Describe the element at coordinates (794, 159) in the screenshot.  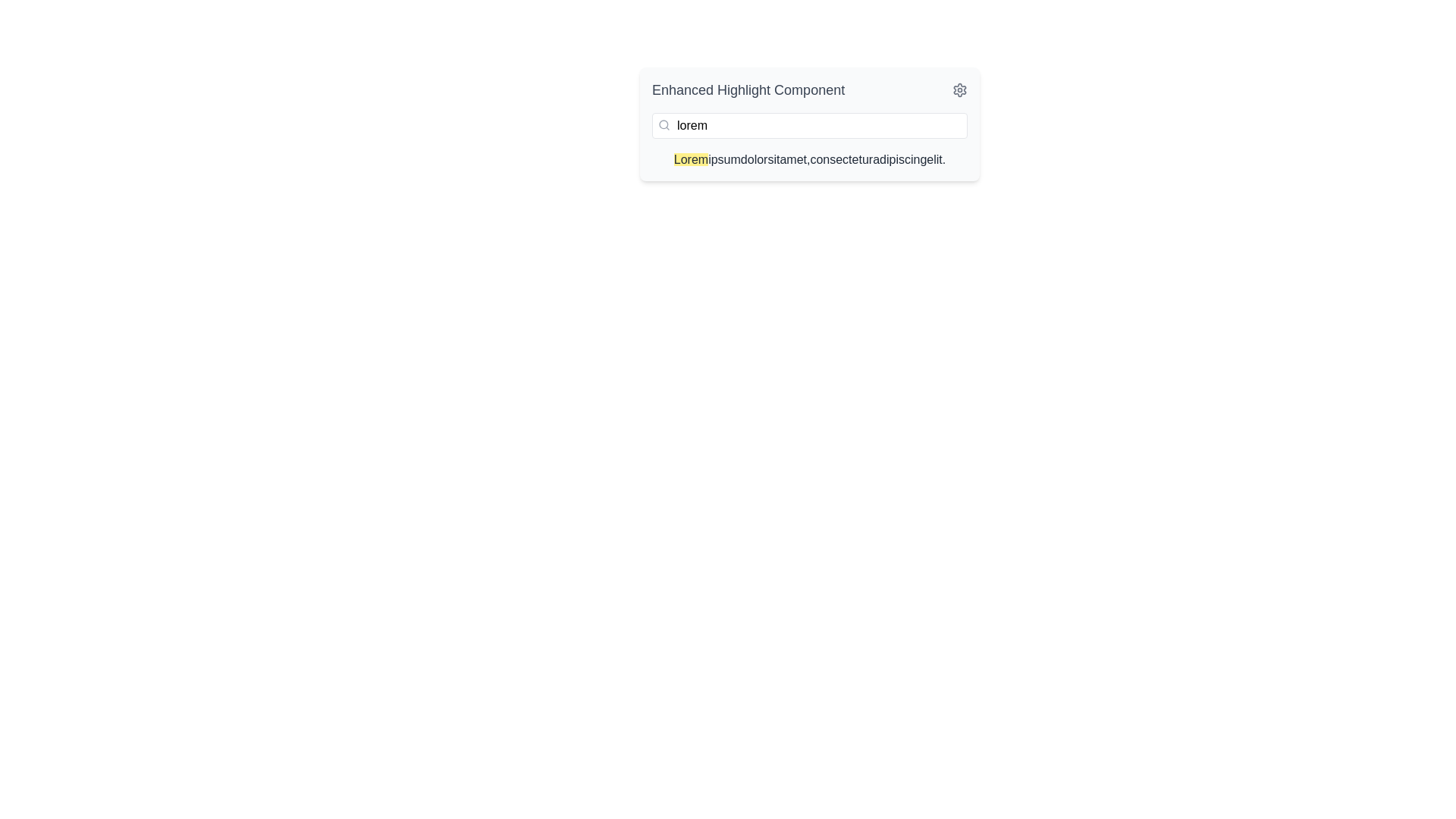
I see `the static text element displaying 'amet,' which is part of a broader text string in the 'Enhanced Highlight Component' UI` at that location.